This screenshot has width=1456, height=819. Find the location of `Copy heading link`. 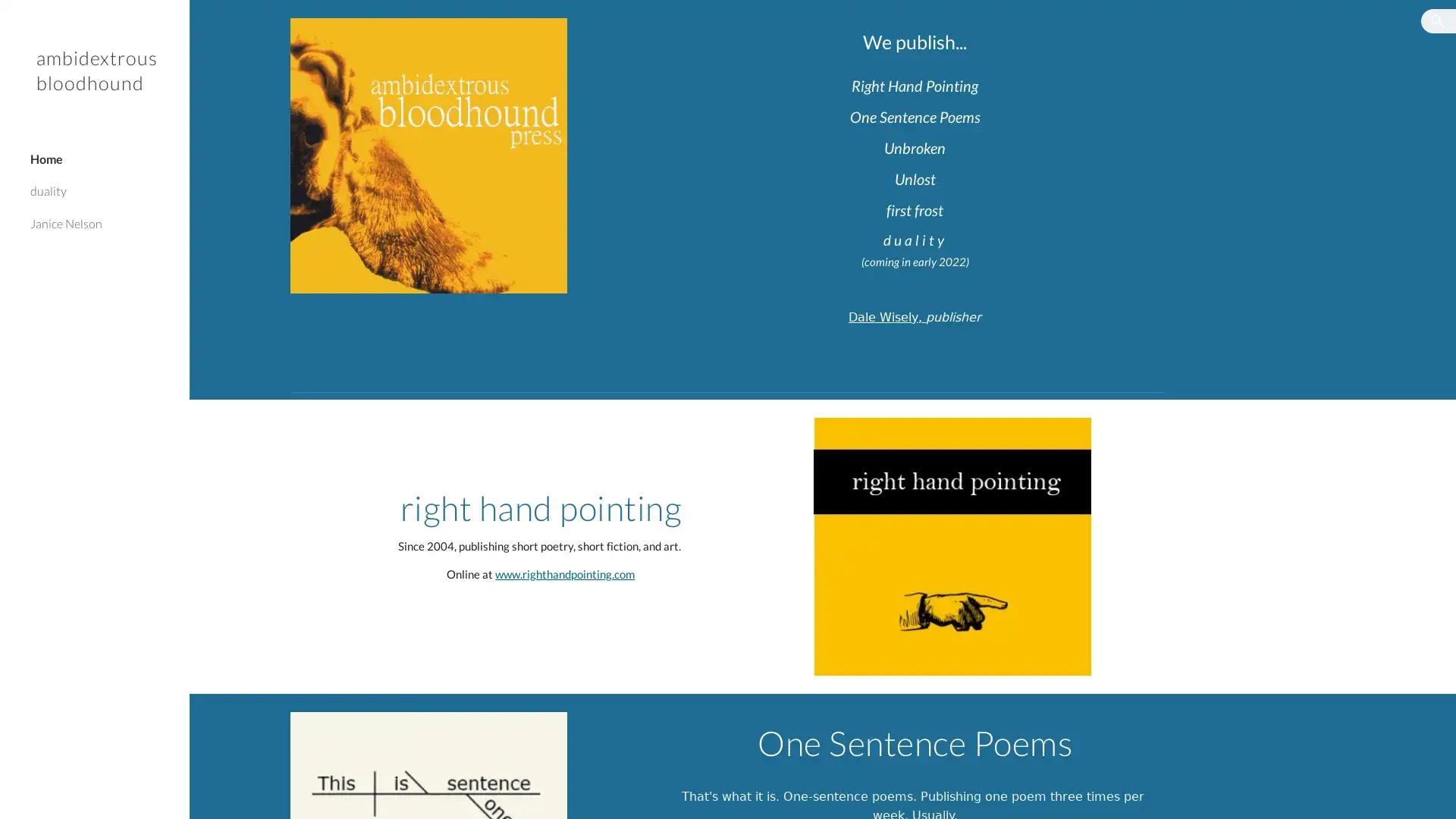

Copy heading link is located at coordinates (1057, 148).